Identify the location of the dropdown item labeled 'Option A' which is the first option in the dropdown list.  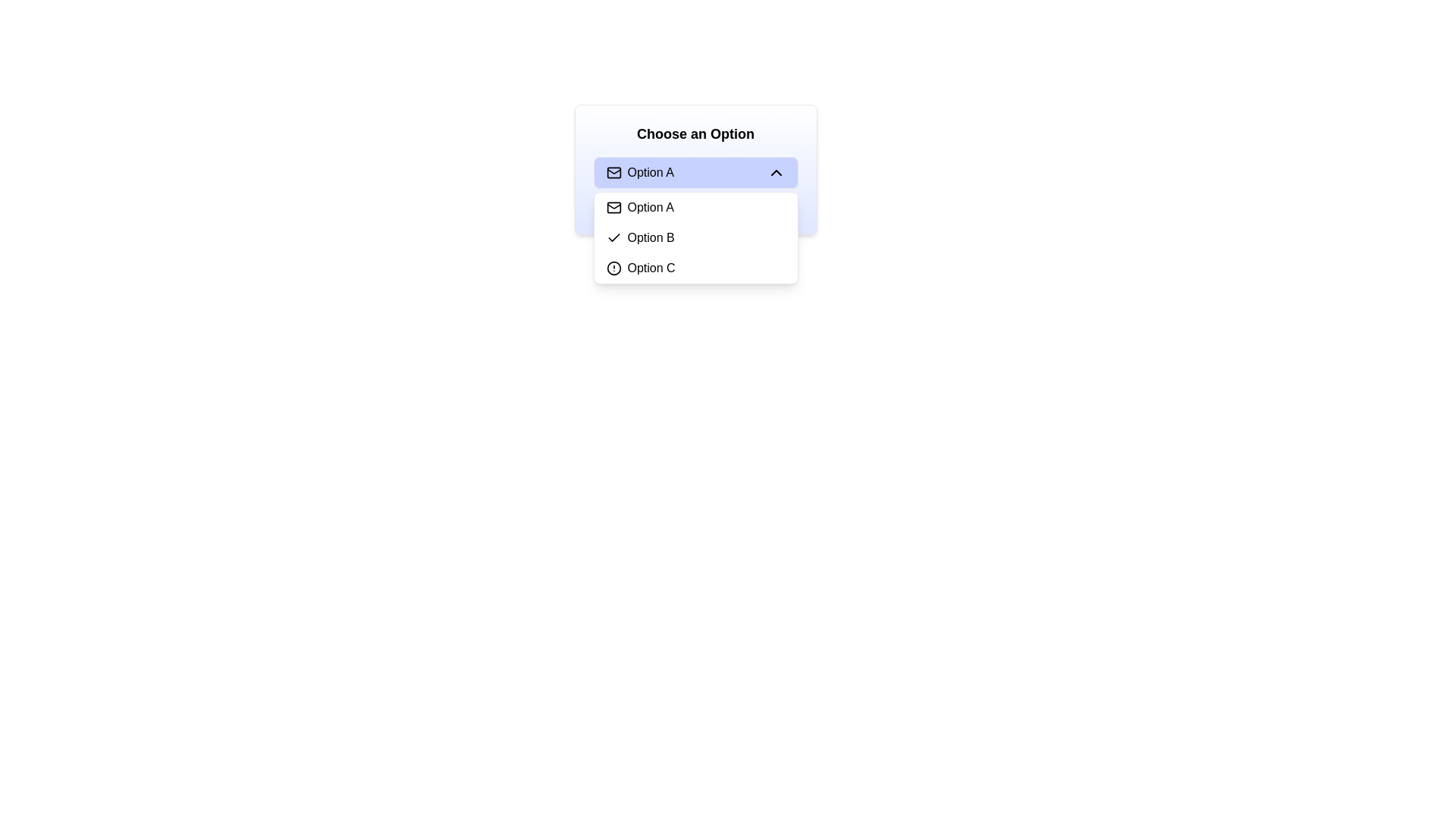
(695, 207).